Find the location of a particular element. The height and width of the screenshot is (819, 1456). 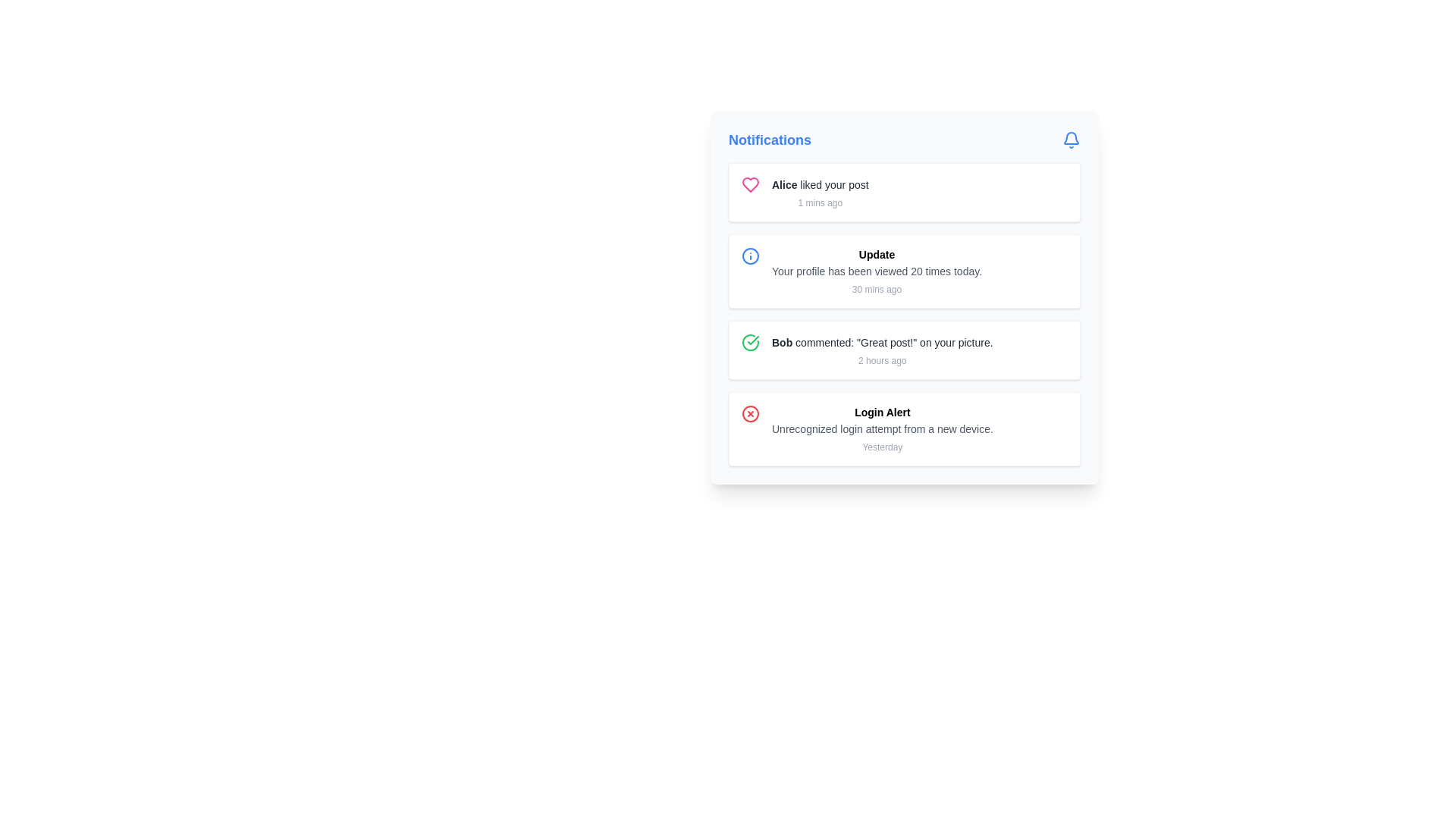

the inner SVG circle that represents an error, warning, or close action, visually associated with the 'Login Alert' notification at the bottom of the notification list is located at coordinates (750, 414).